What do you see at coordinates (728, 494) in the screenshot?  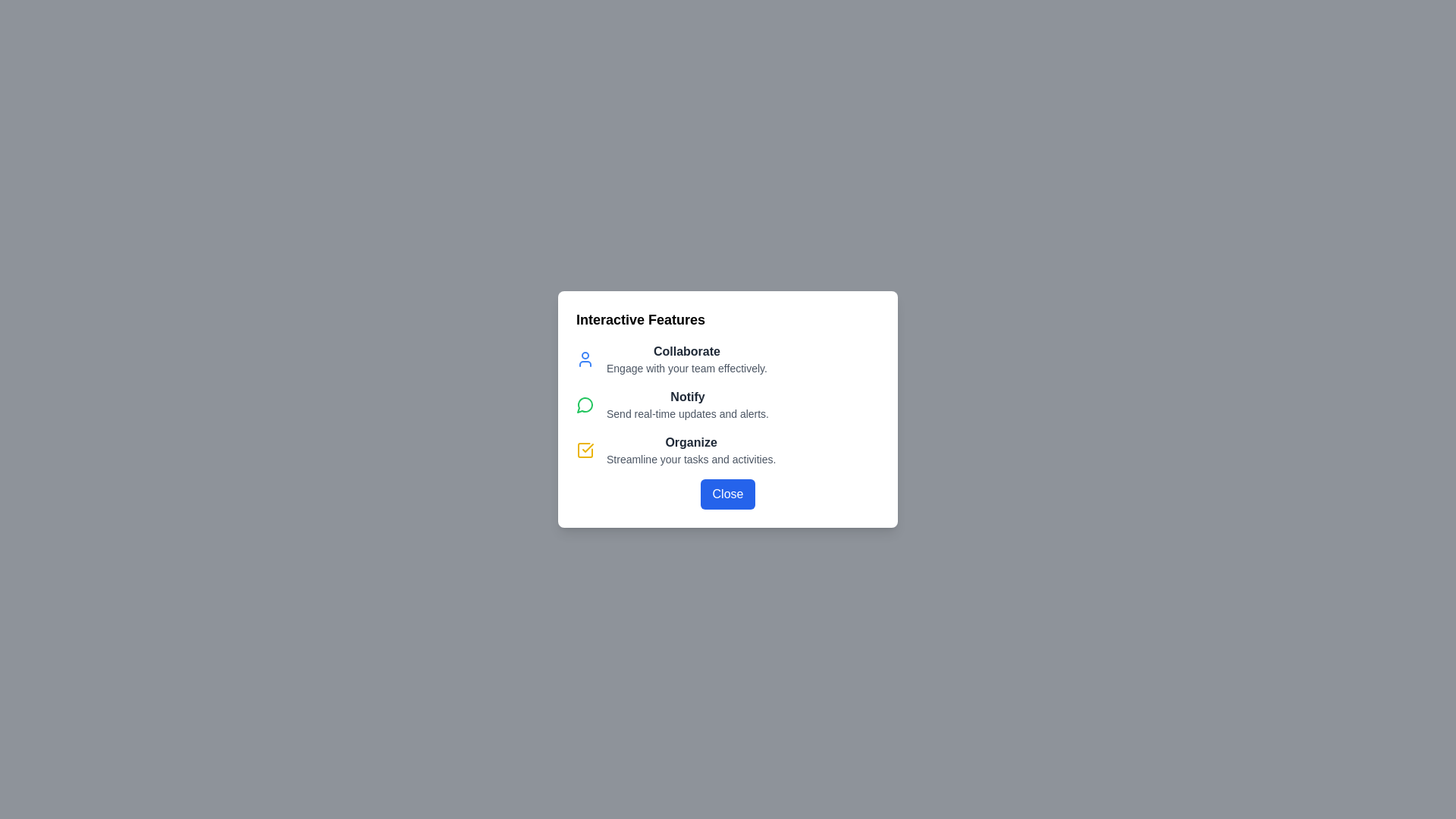 I see `the 'Close' button to dismiss the modal` at bounding box center [728, 494].